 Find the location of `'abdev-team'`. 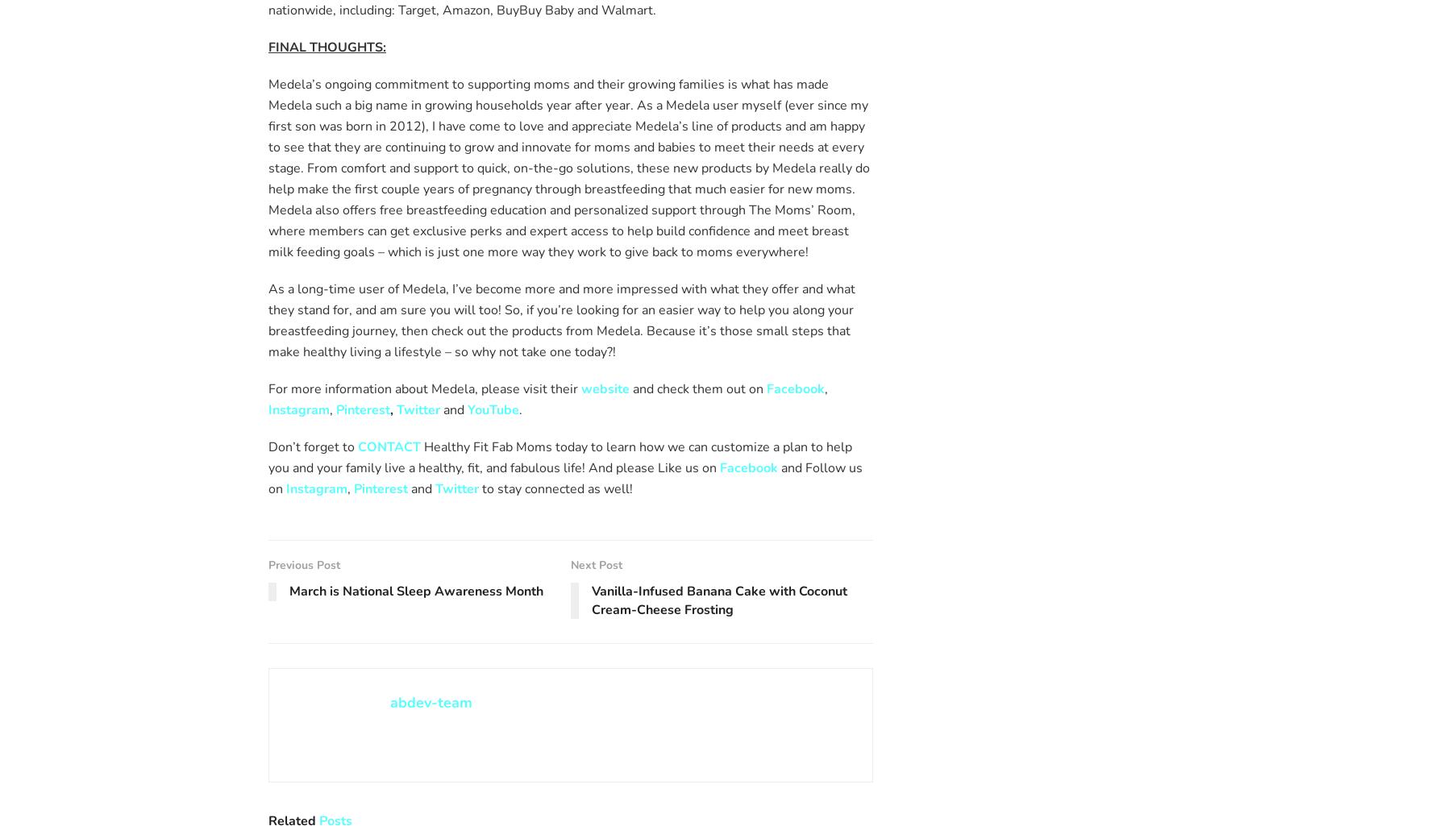

'abdev-team' is located at coordinates (430, 702).